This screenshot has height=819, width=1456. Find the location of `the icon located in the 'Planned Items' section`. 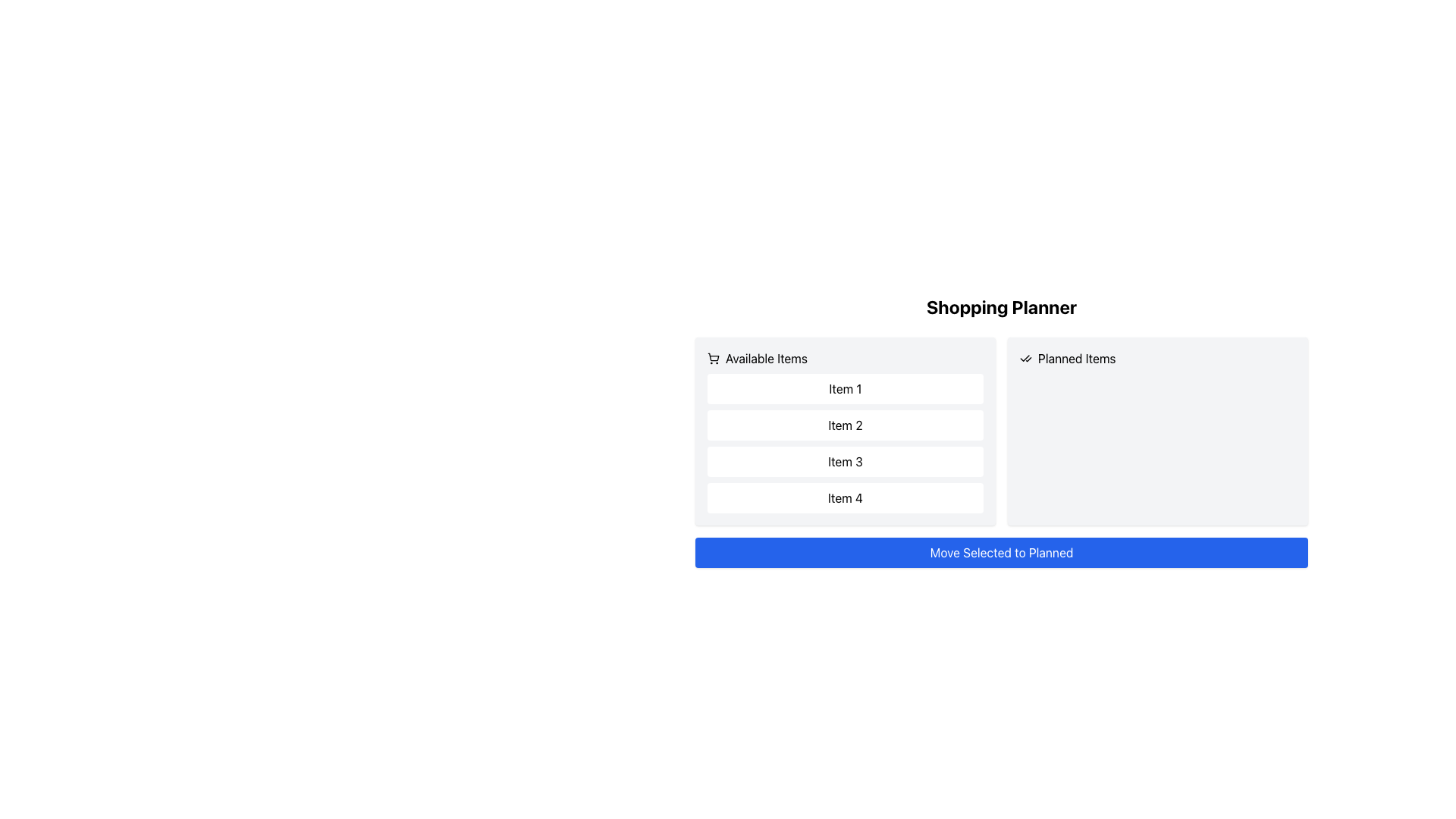

the icon located in the 'Planned Items' section is located at coordinates (1026, 359).